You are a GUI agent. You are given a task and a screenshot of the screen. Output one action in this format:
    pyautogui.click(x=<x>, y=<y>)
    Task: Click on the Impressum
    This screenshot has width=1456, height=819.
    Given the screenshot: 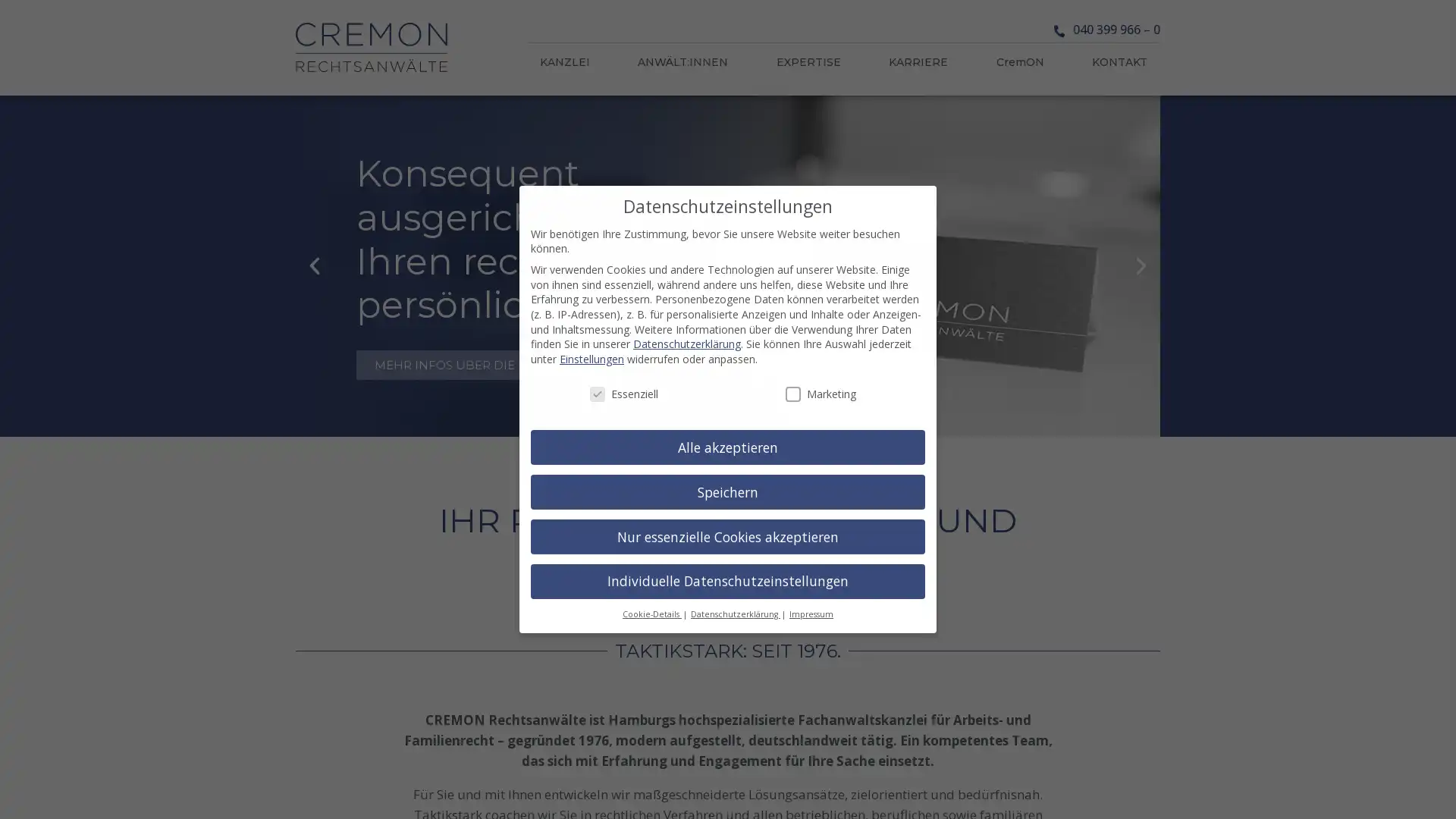 What is the action you would take?
    pyautogui.click(x=811, y=614)
    